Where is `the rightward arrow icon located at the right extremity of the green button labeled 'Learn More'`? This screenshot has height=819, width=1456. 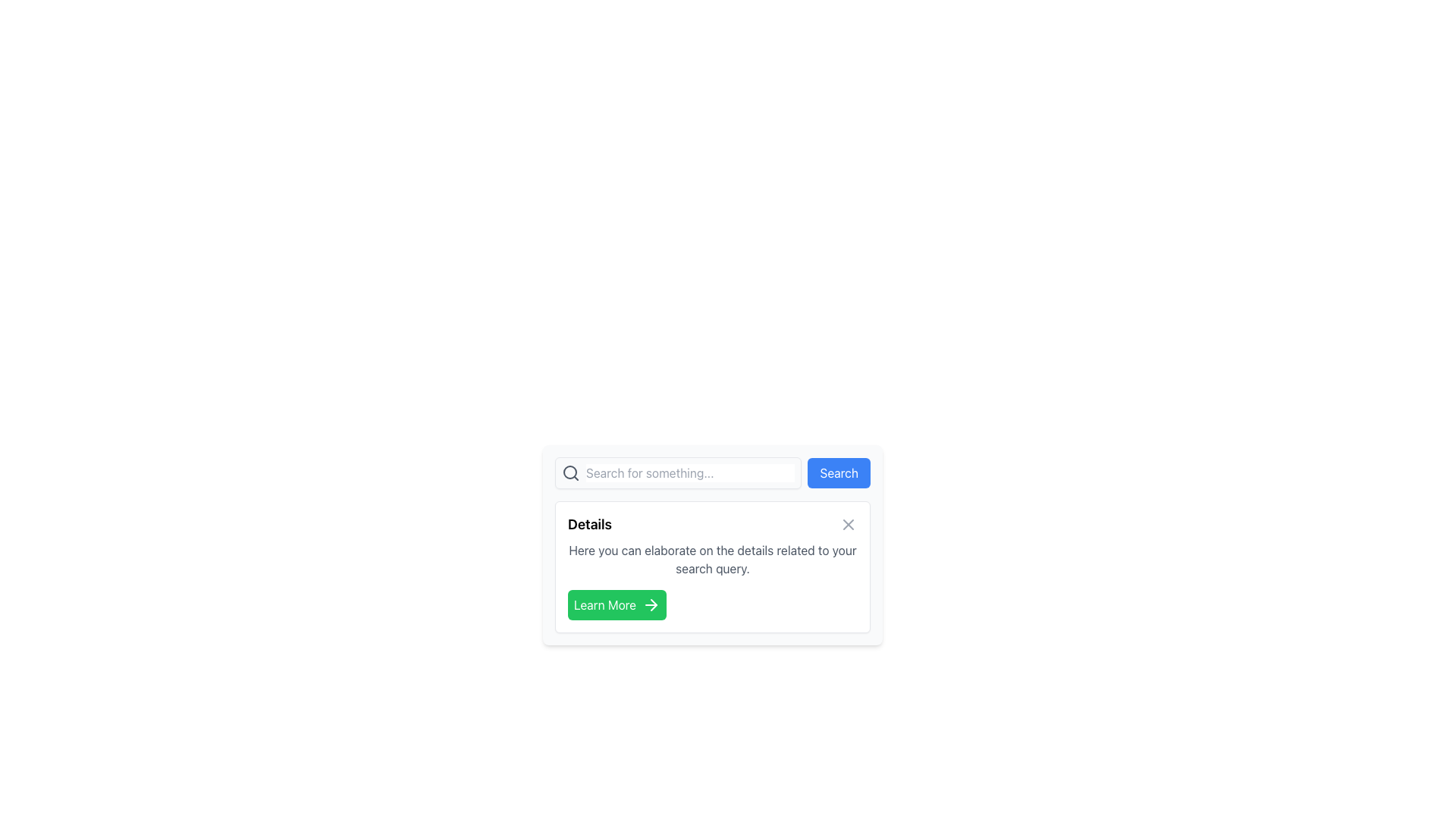 the rightward arrow icon located at the right extremity of the green button labeled 'Learn More' is located at coordinates (654, 604).